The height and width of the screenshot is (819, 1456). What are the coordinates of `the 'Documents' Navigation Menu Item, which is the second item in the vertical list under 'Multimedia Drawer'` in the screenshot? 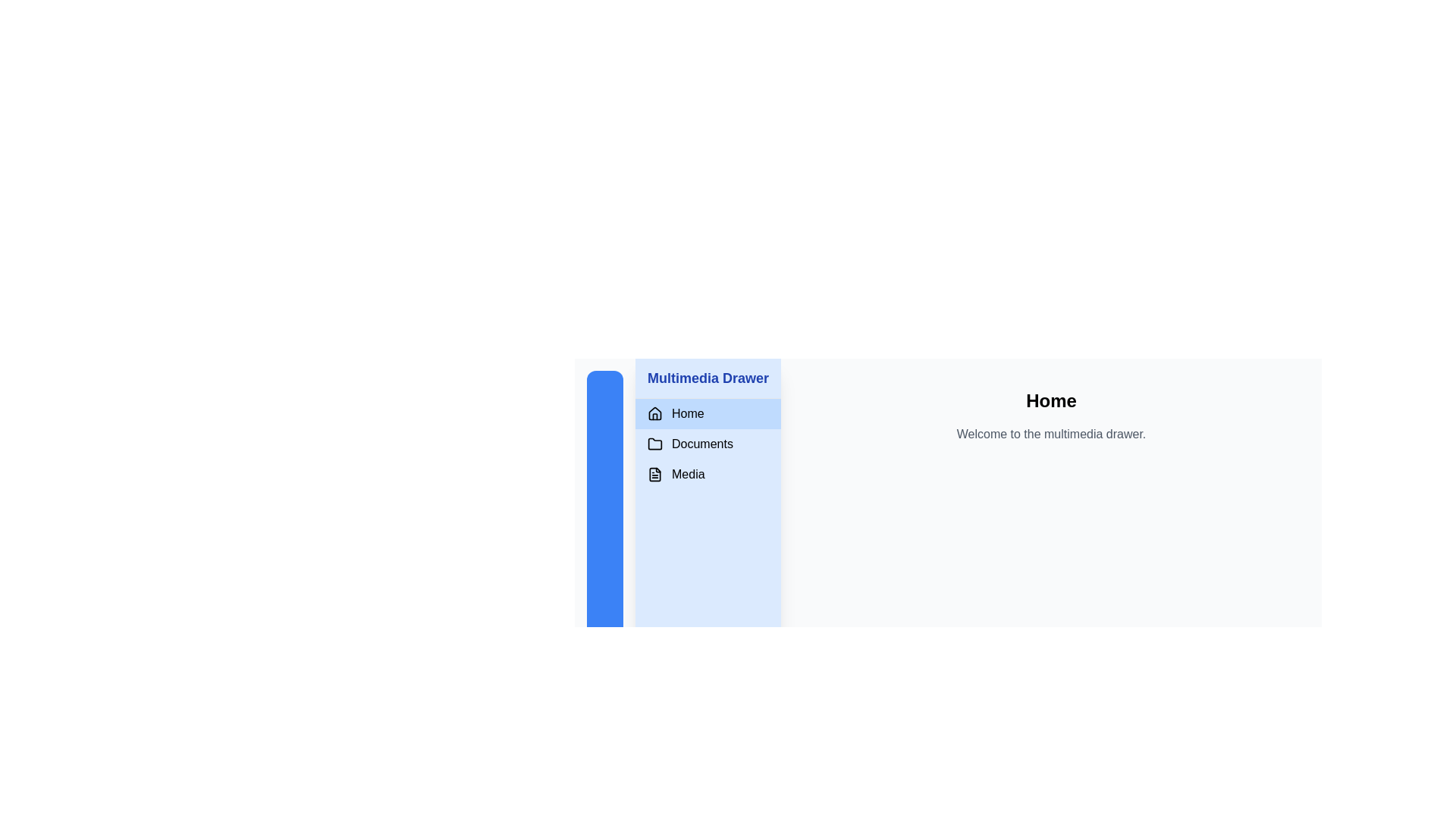 It's located at (708, 444).